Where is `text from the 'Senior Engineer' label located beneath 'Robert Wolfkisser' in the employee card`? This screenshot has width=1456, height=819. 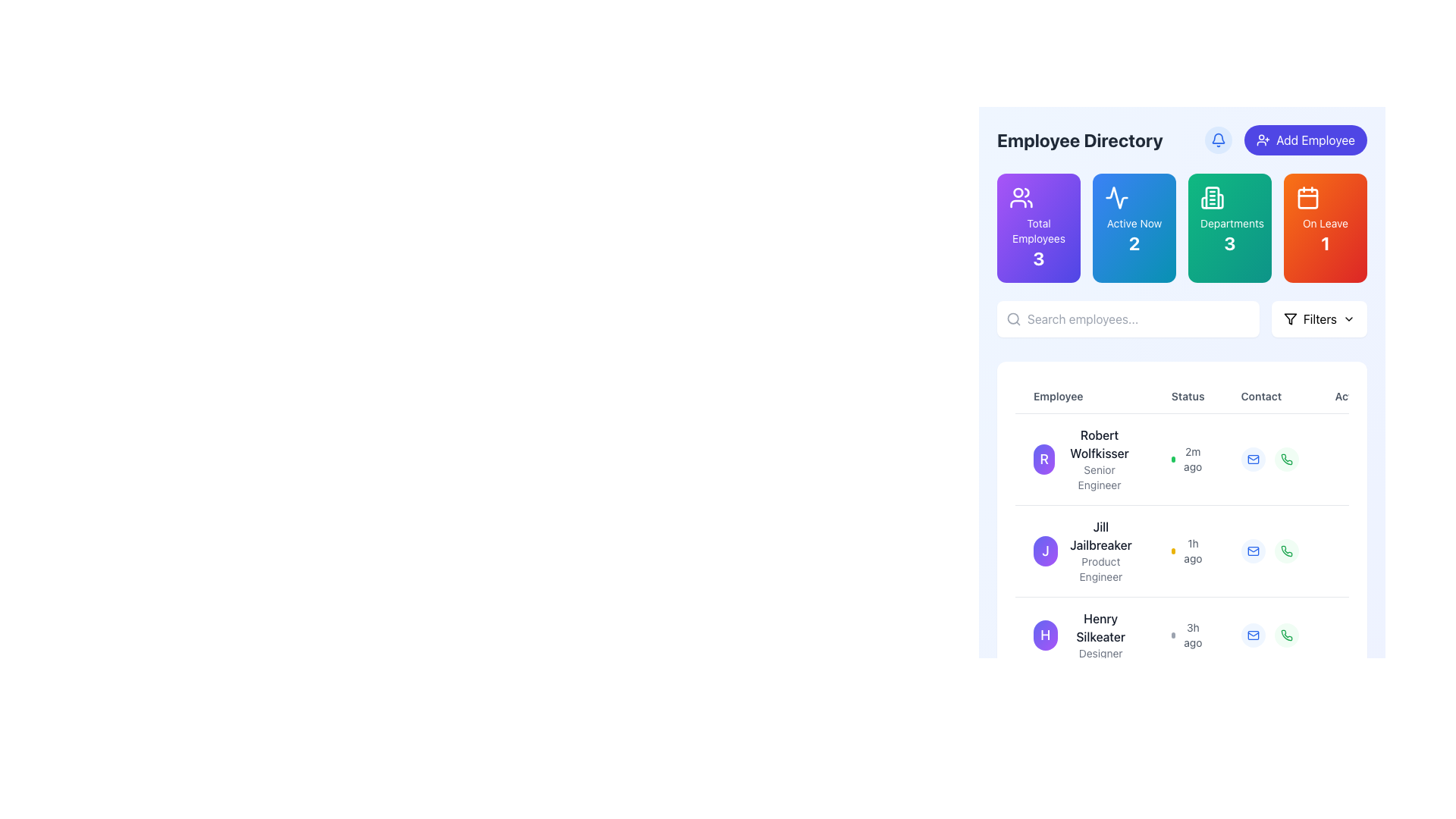
text from the 'Senior Engineer' label located beneath 'Robert Wolfkisser' in the employee card is located at coordinates (1099, 476).